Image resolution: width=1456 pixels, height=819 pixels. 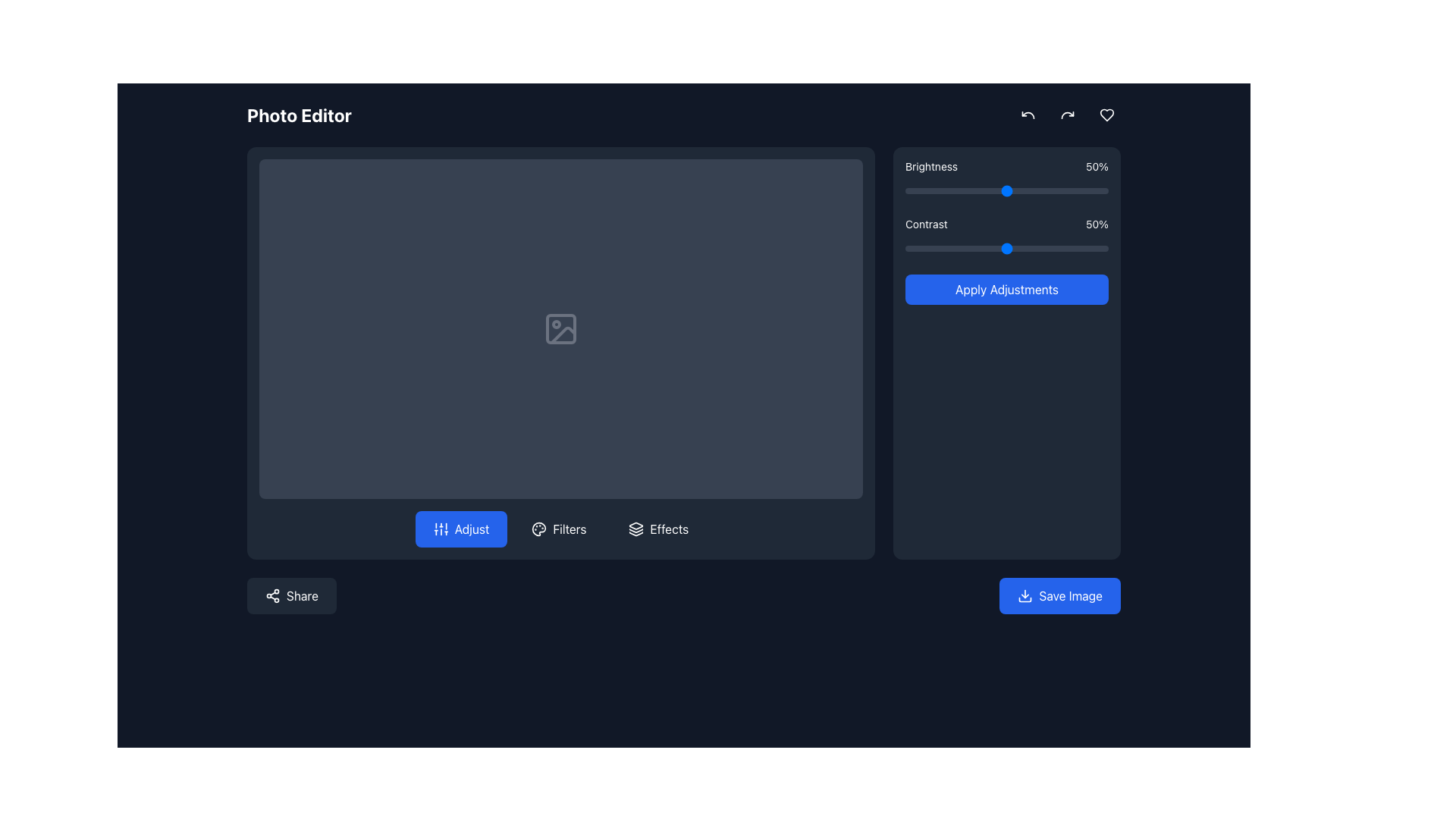 What do you see at coordinates (560, 327) in the screenshot?
I see `the central area of the image-like icon representing a placeholder for an image in the dark gray editor viewport` at bounding box center [560, 327].